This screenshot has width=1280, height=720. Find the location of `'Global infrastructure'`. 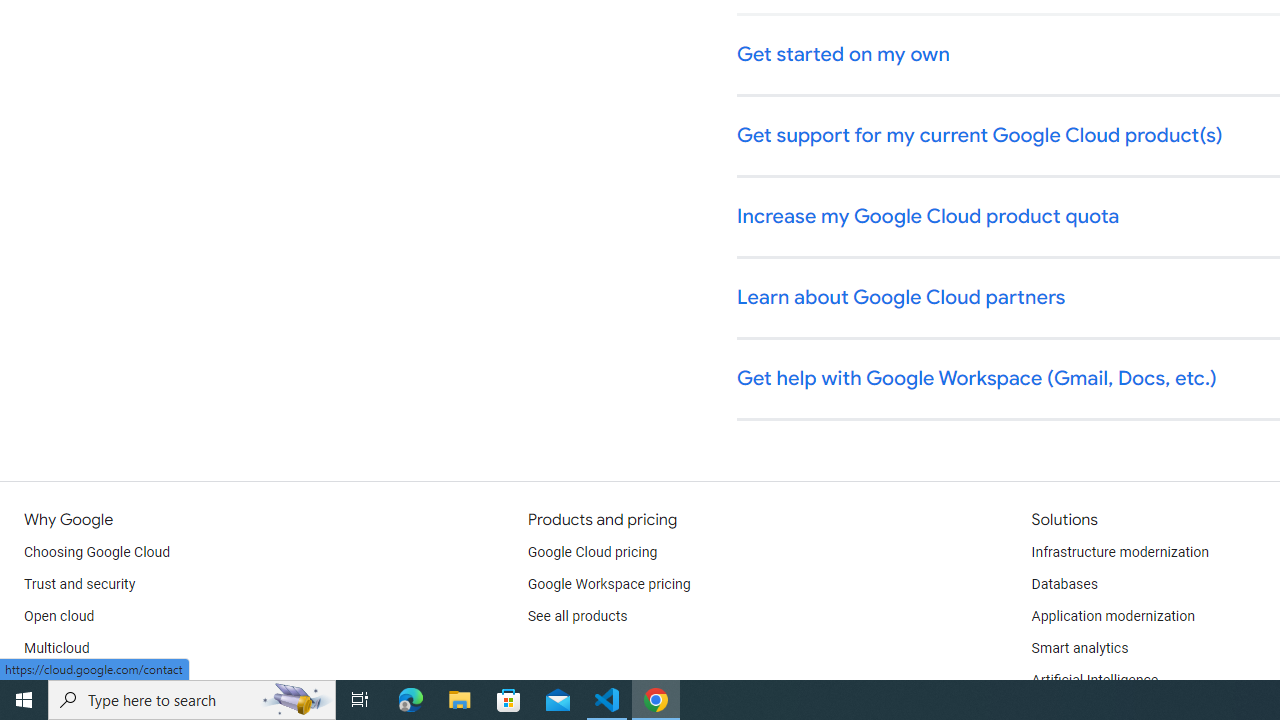

'Global infrastructure' is located at coordinates (87, 680).